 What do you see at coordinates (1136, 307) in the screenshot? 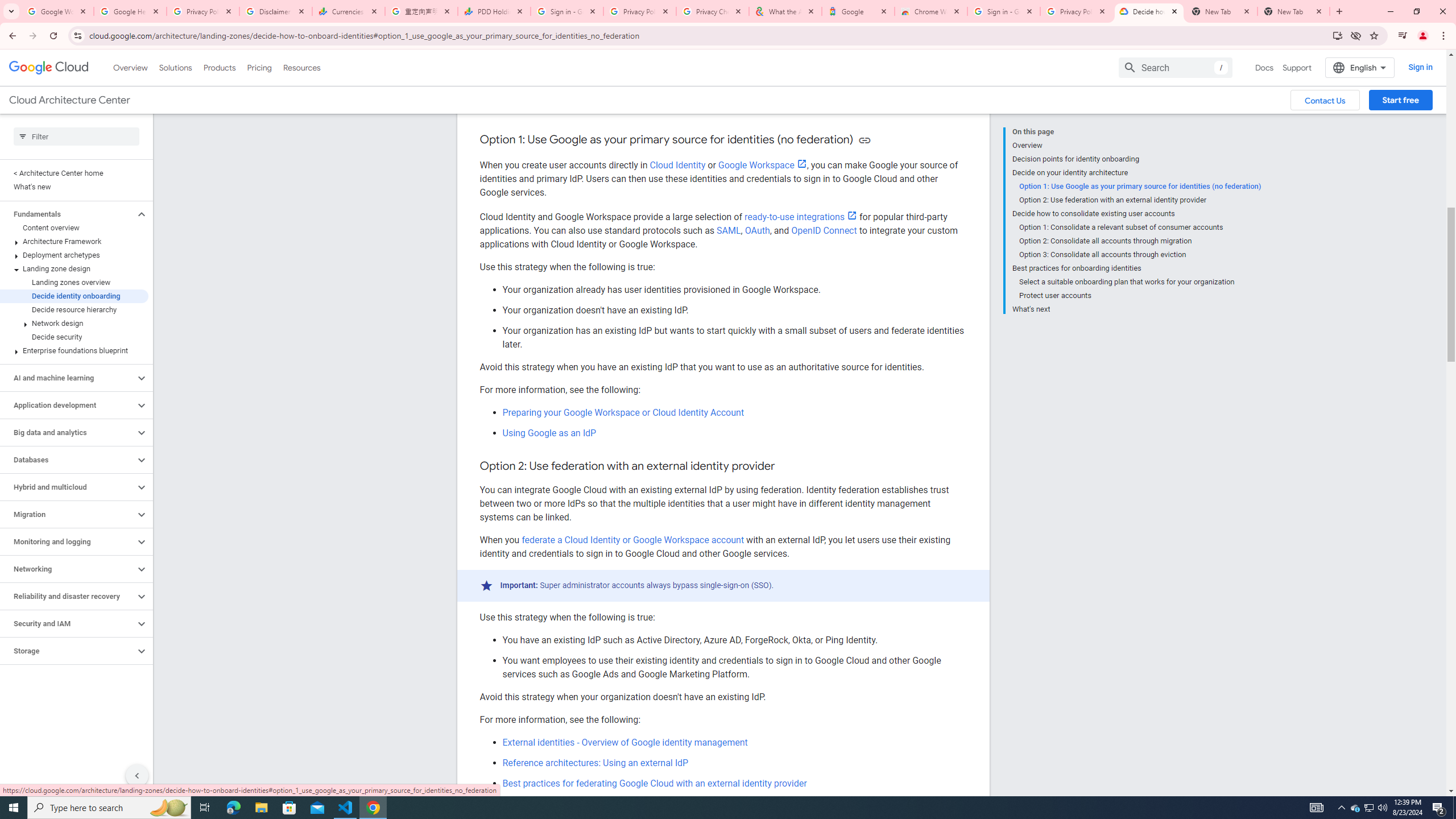
I see `'What'` at bounding box center [1136, 307].